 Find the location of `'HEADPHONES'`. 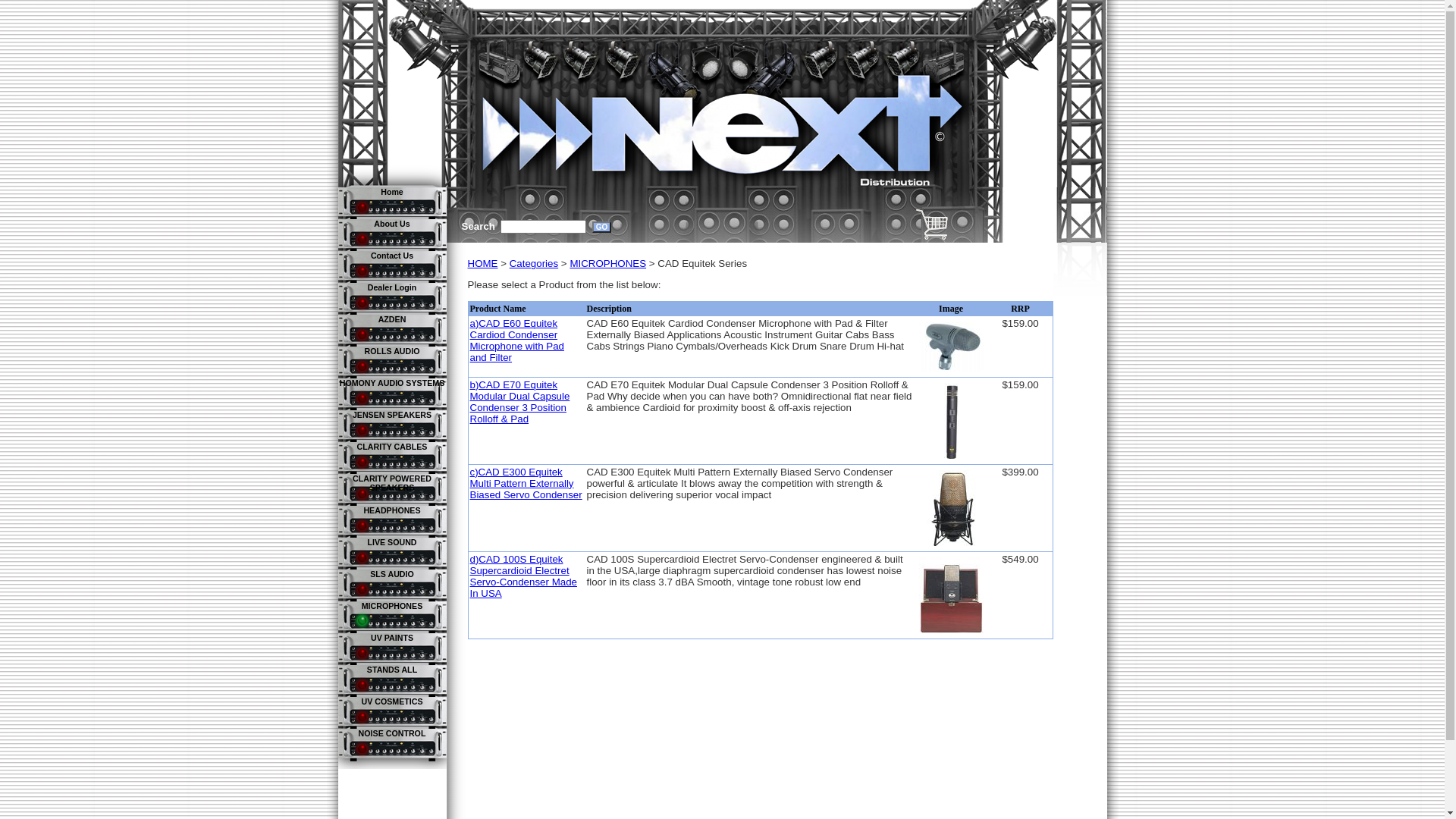

'HEADPHONES' is located at coordinates (362, 510).